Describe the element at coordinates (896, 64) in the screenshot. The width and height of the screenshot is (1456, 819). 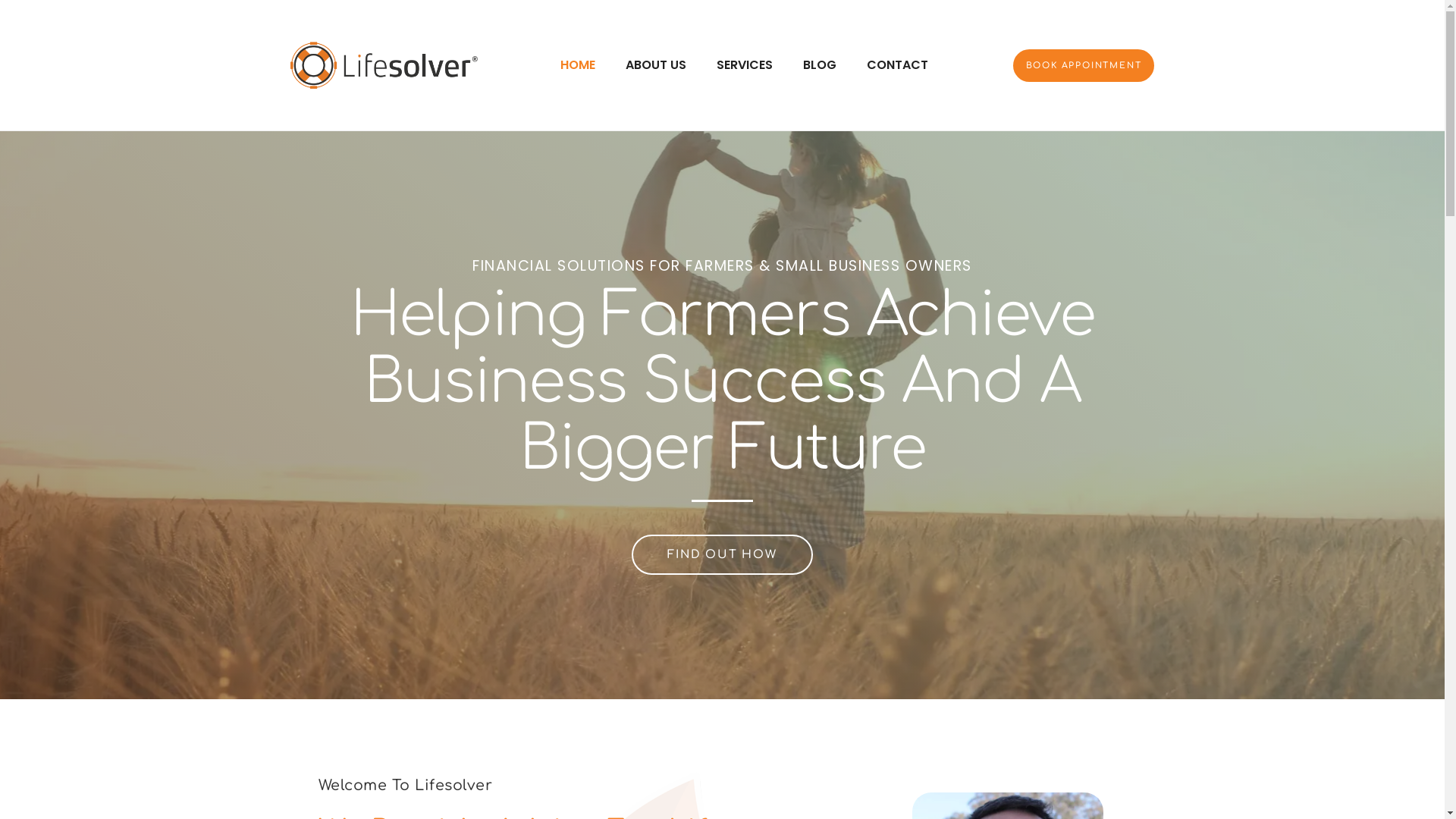
I see `'CONTACT'` at that location.